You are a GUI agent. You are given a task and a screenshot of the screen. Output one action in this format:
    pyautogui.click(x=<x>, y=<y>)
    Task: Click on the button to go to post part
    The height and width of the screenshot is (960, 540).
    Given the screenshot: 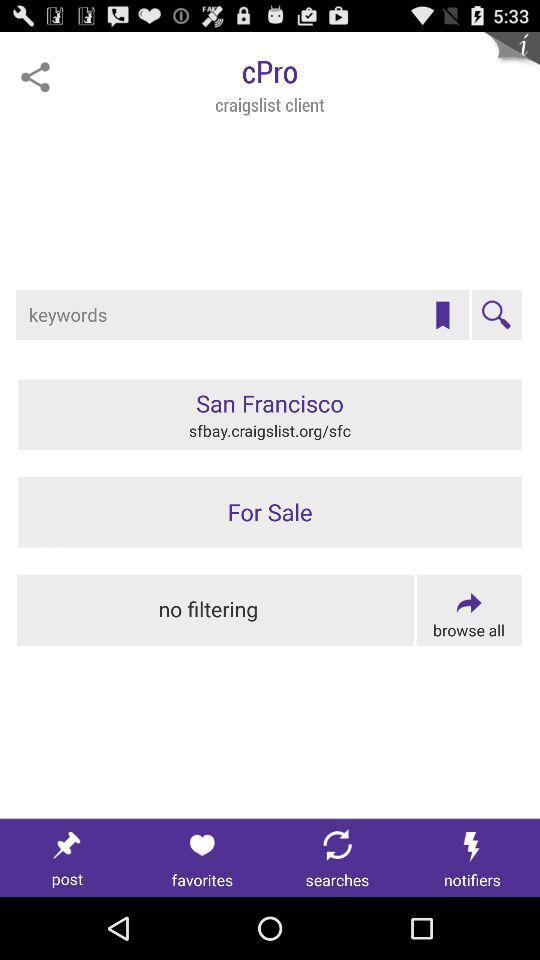 What is the action you would take?
    pyautogui.click(x=67, y=857)
    